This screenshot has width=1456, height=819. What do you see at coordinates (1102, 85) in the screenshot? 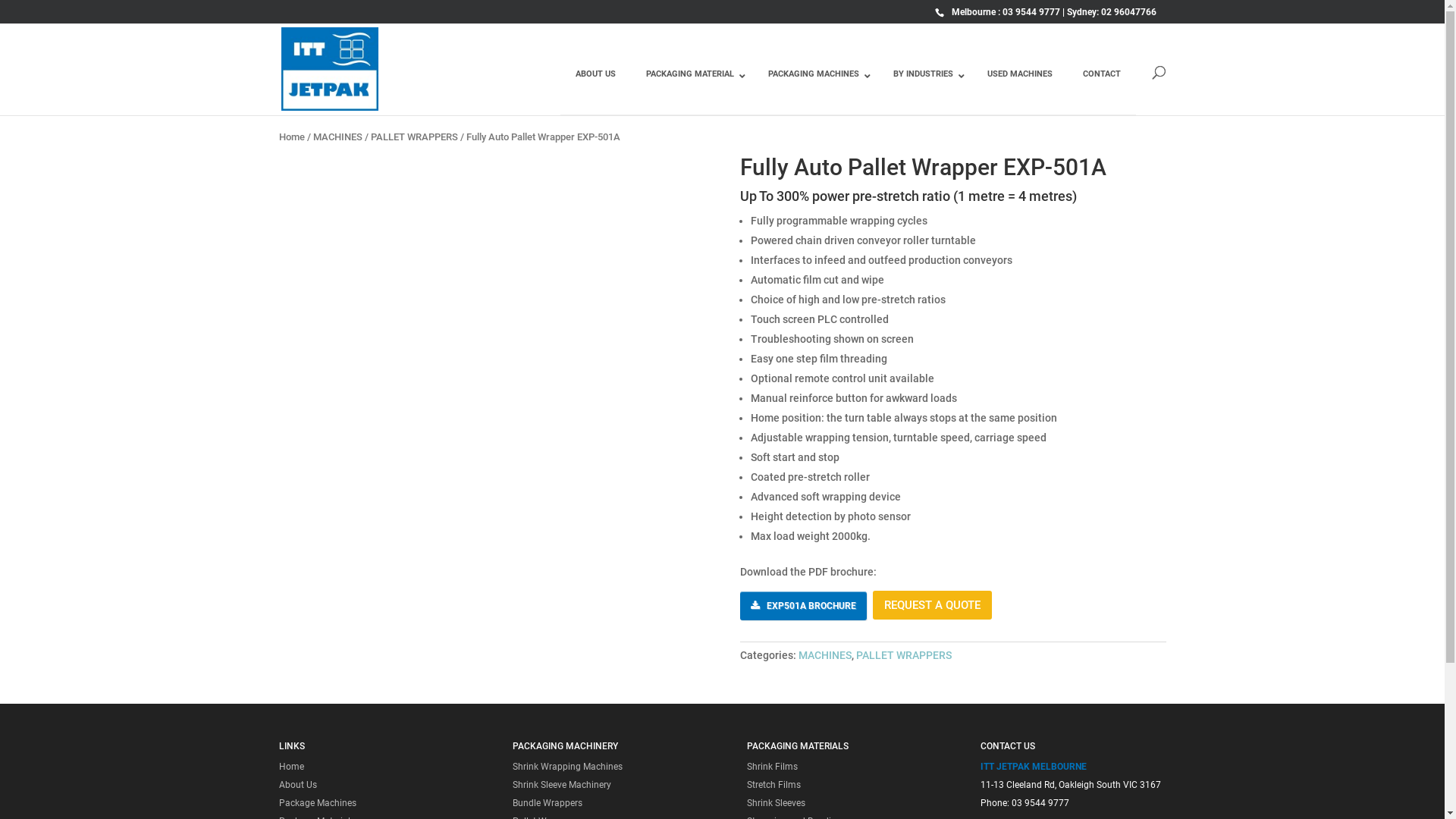
I see `'CONTACT'` at bounding box center [1102, 85].